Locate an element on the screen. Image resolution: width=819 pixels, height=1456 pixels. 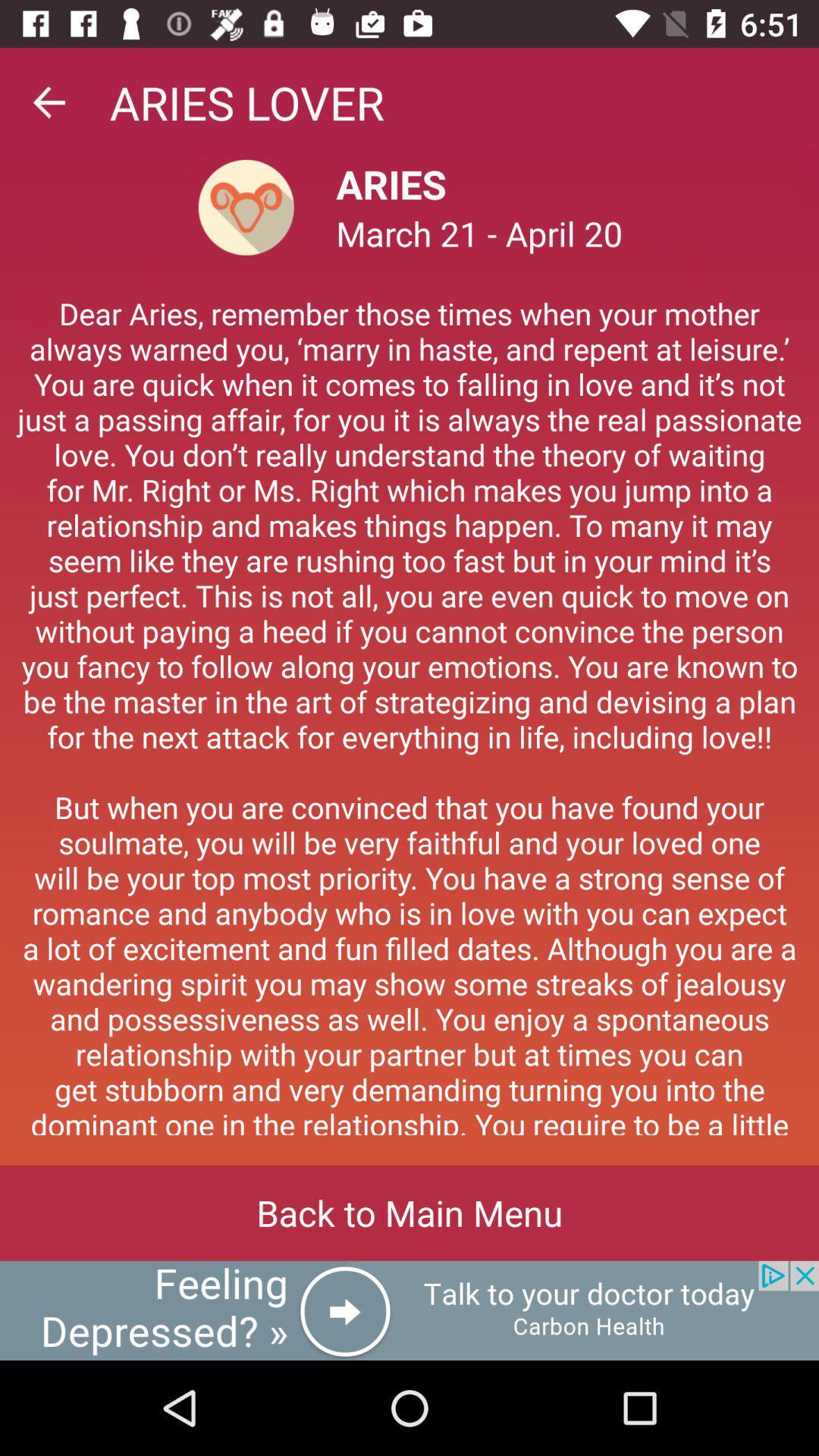
previous is located at coordinates (48, 102).